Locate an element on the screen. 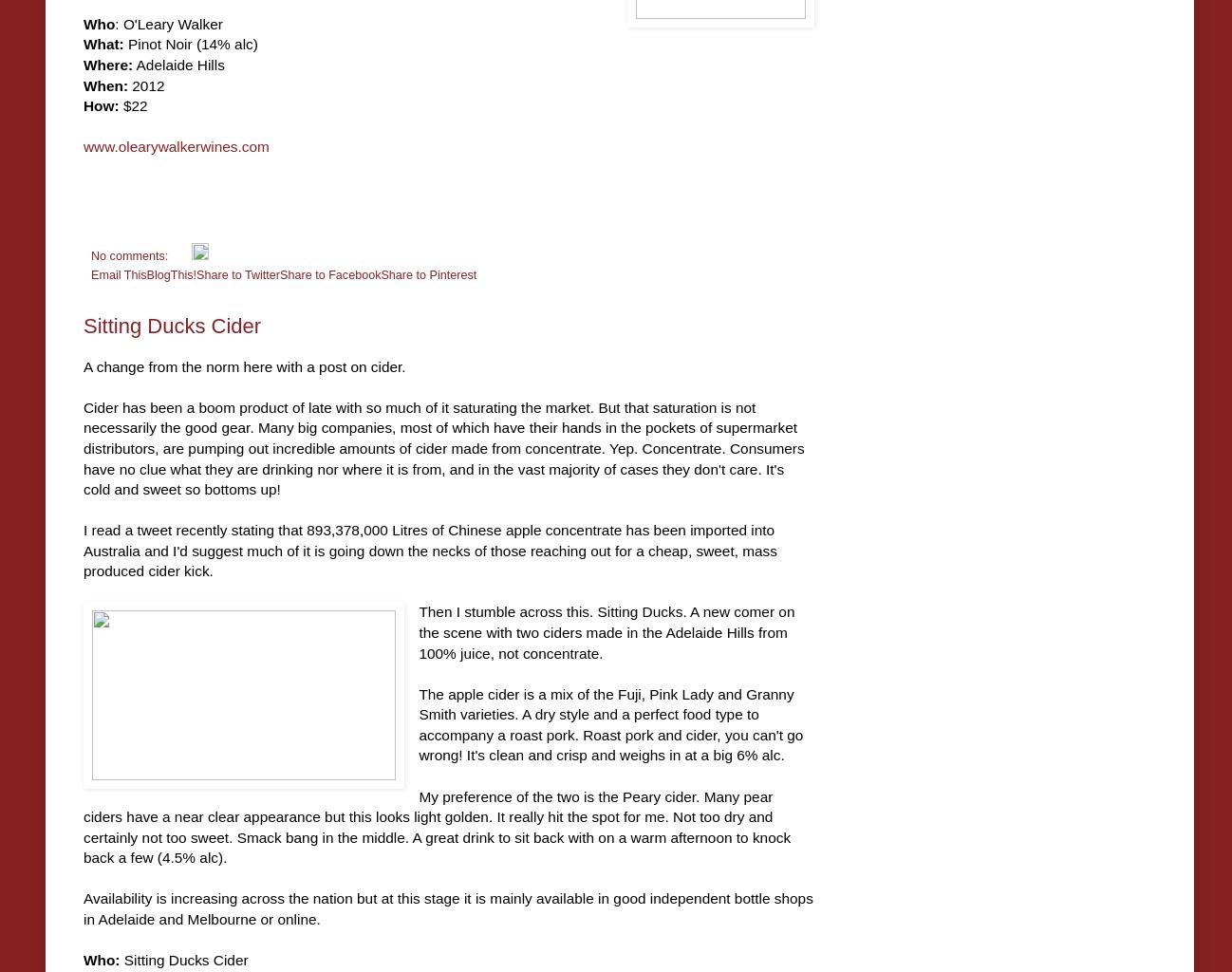  'Availability is increasing across the nation but at this stage it is mainly available in good independent bottle shops in Adelaide and Melbourne or online.' is located at coordinates (447, 908).